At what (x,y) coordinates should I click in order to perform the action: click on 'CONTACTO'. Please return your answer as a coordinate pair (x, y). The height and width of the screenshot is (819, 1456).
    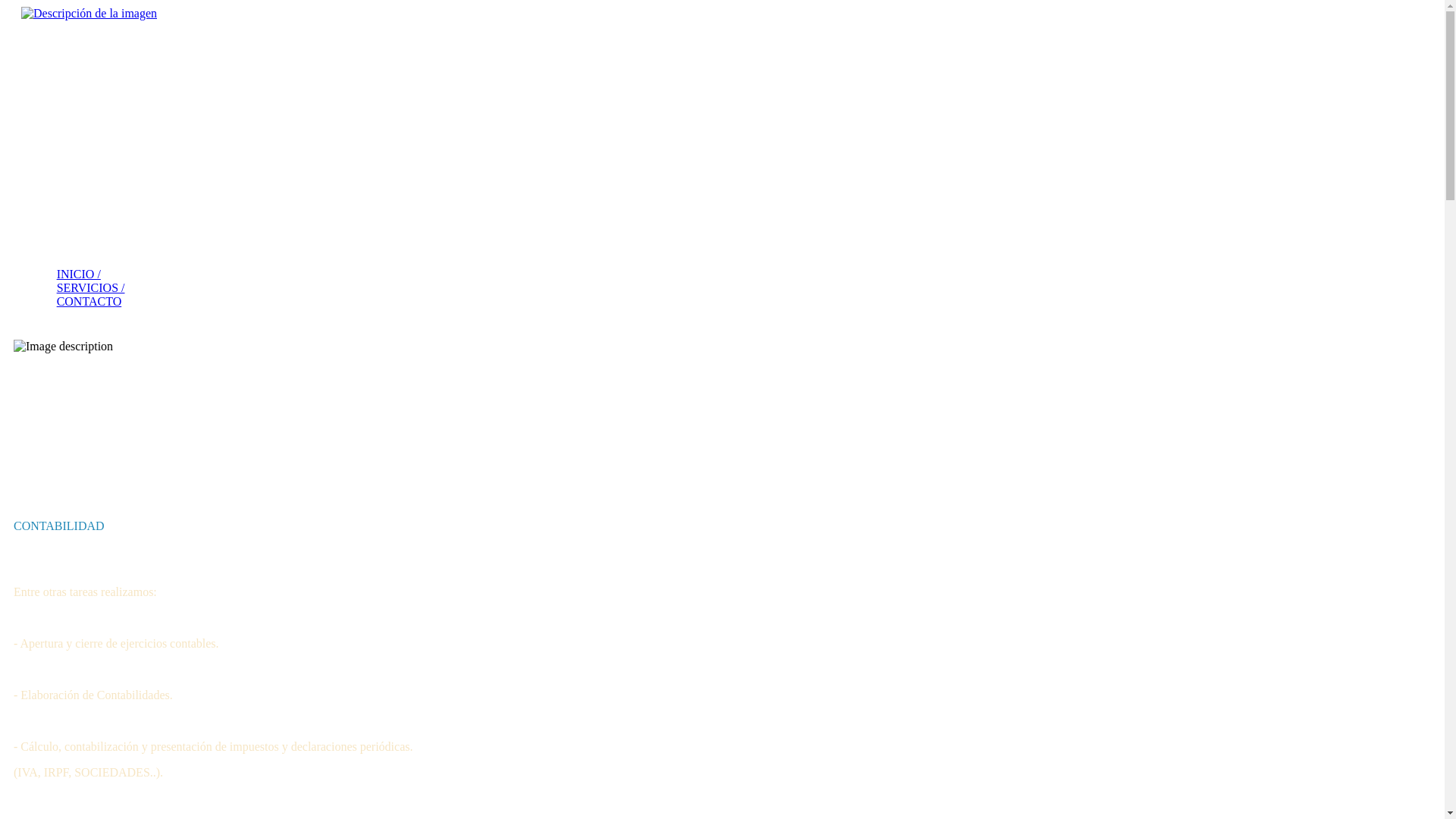
    Looking at the image, I should click on (89, 301).